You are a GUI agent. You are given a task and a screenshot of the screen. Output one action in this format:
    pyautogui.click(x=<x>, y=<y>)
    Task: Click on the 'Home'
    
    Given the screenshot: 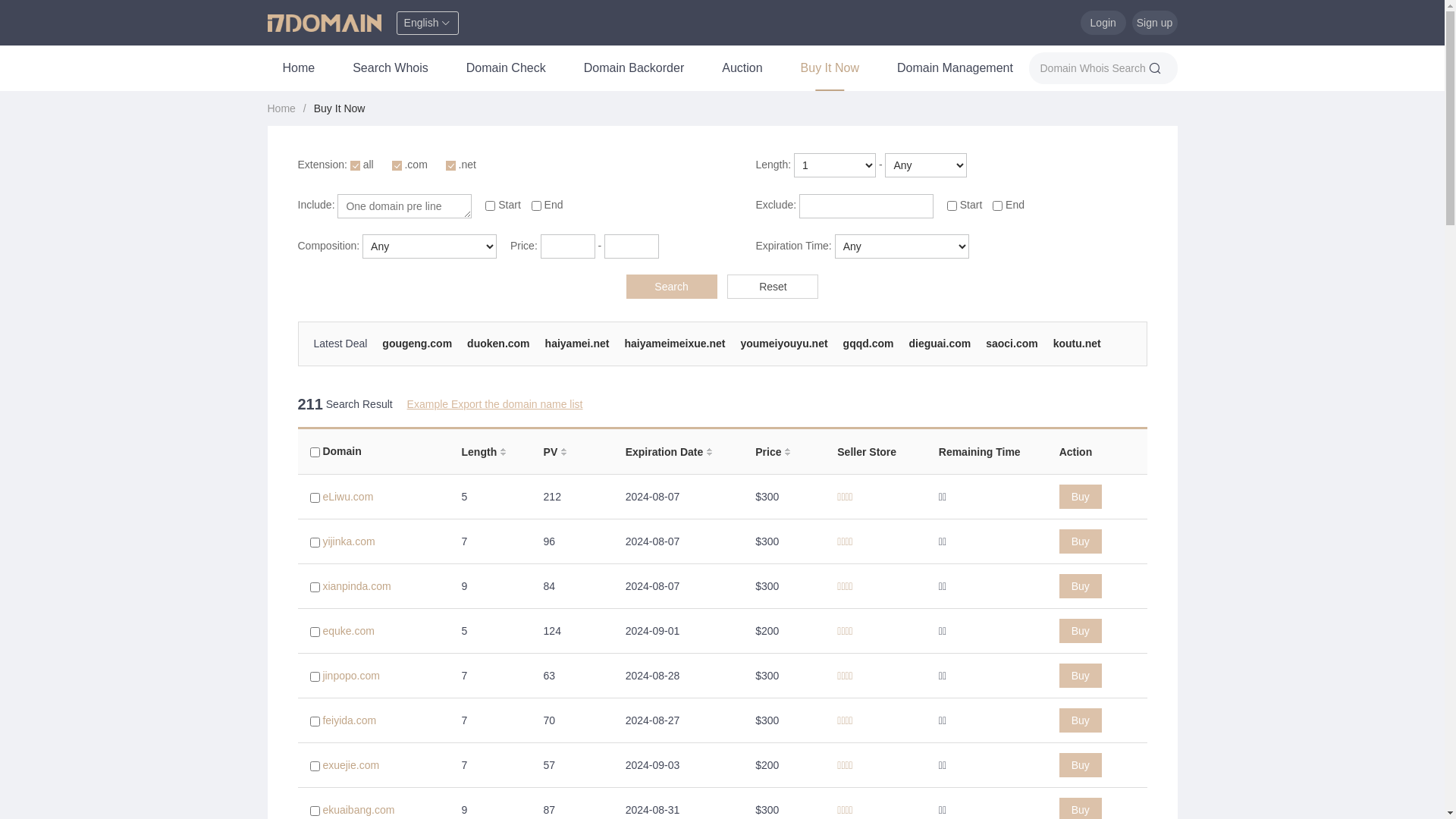 What is the action you would take?
    pyautogui.click(x=298, y=67)
    